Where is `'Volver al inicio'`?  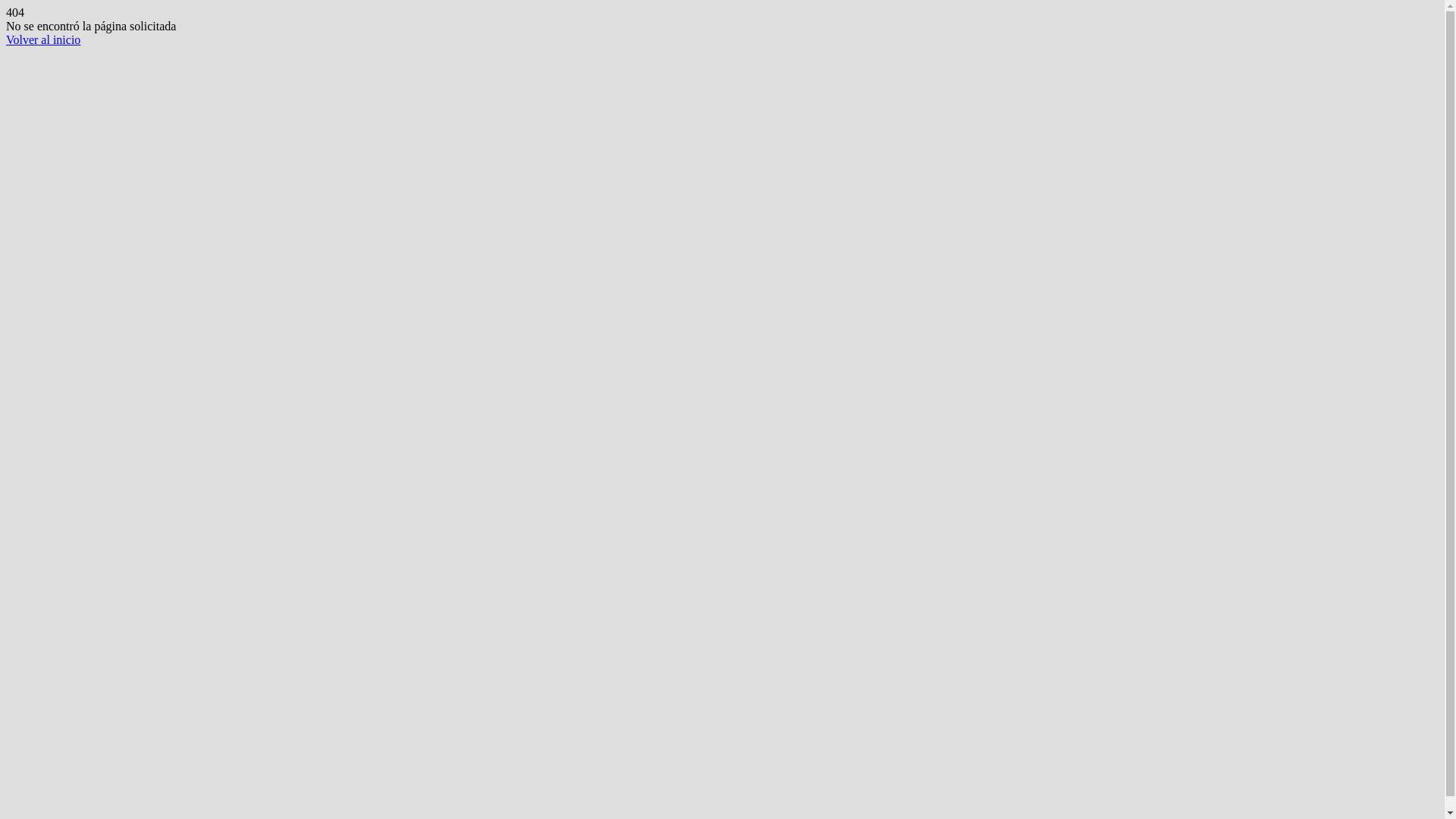 'Volver al inicio' is located at coordinates (43, 39).